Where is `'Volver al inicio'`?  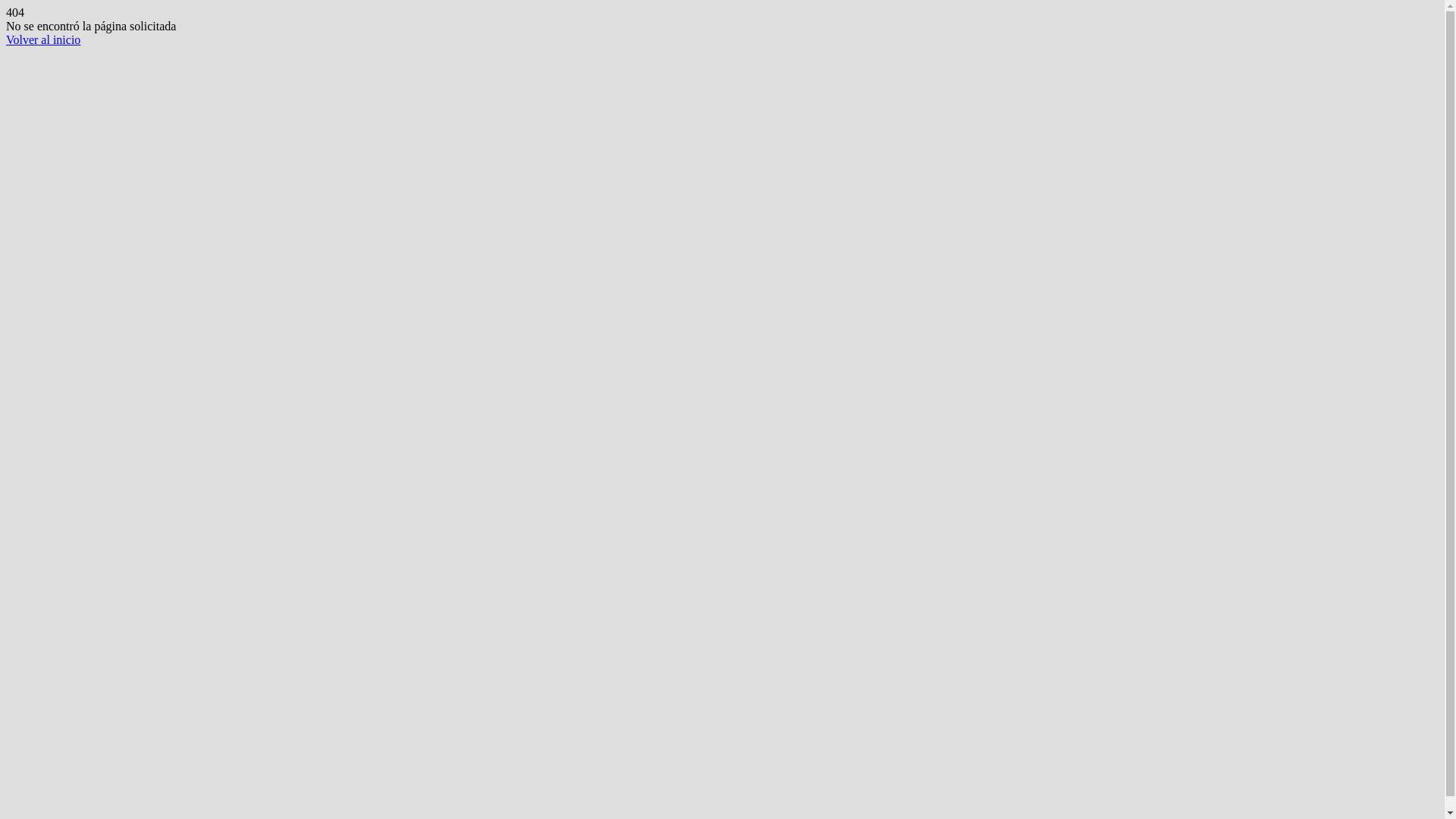 'Volver al inicio' is located at coordinates (43, 39).